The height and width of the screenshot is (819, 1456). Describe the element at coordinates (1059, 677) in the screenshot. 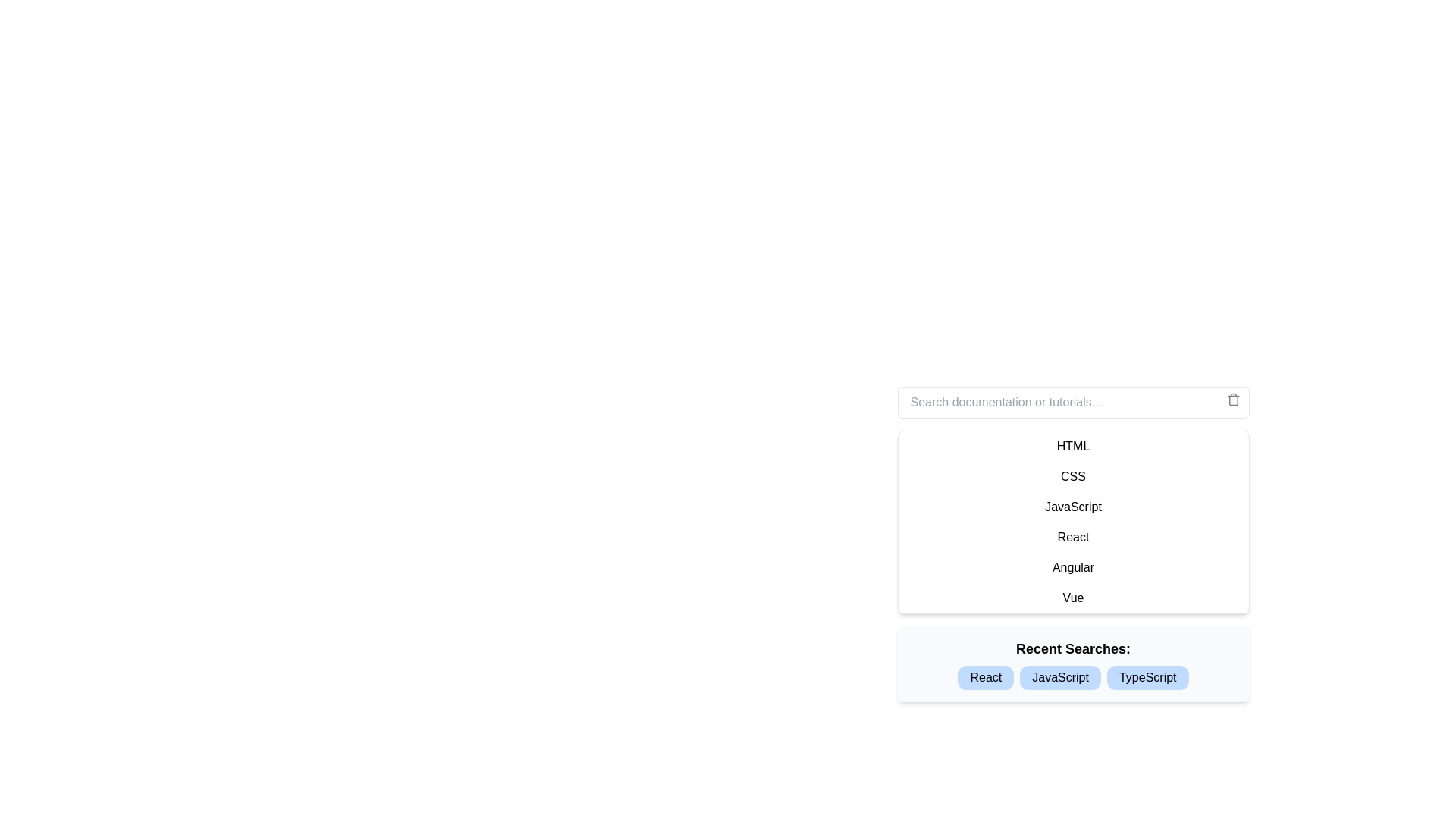

I see `the button representing 'JavaScript' located in the 'Recent Searches' section, positioned between the 'React' and 'TypeScript' buttons` at that location.